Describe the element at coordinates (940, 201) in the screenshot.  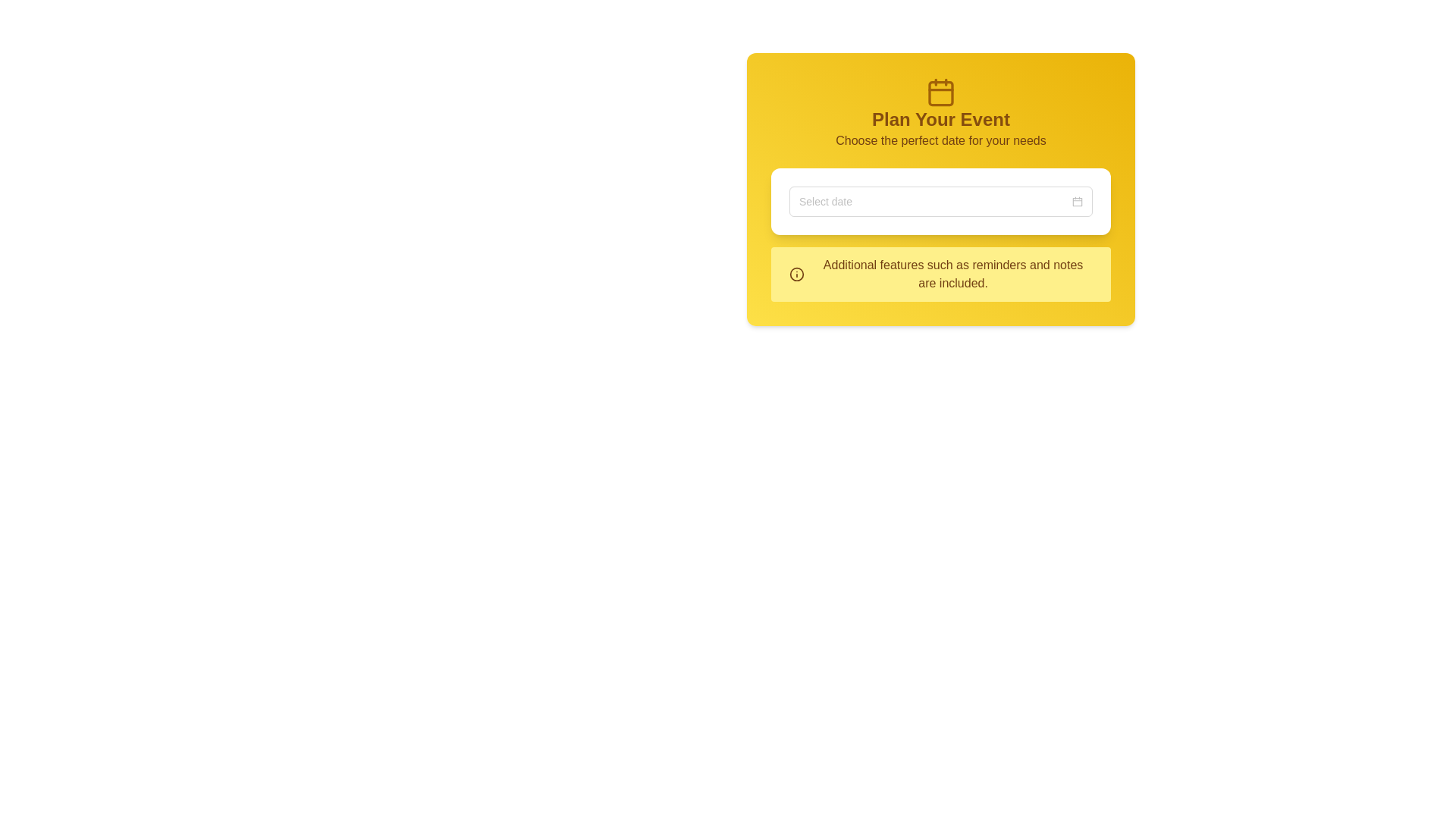
I see `the Dropdown menu type date-picker input located below the title 'Plan Your Event' to enter a date value if editable` at that location.